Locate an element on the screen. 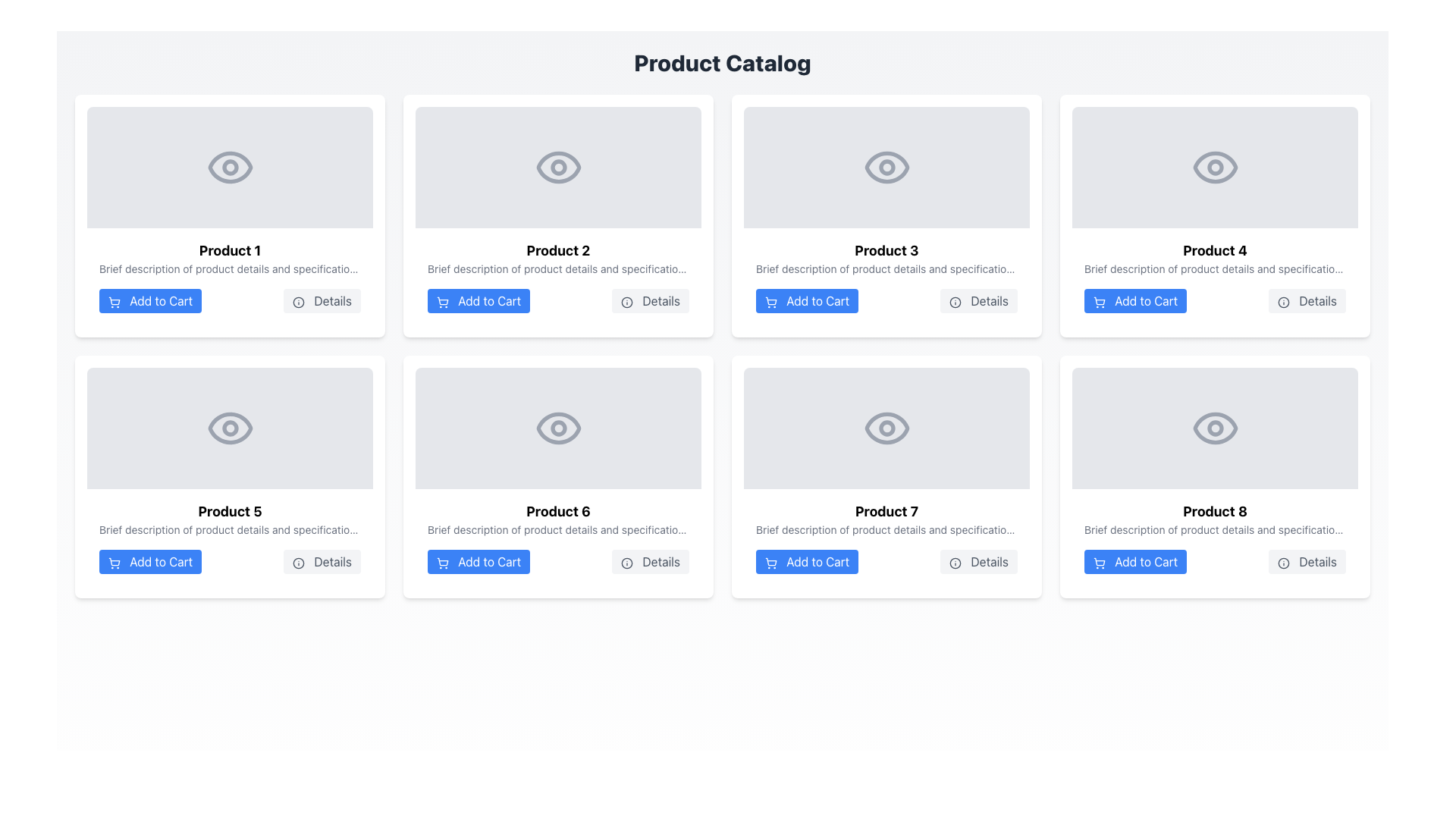  the shopping cart icon represented as a vector graphic within the blue 'Add to Cart' button located below the 'Product 3' card in the second row of the product catalog grid is located at coordinates (771, 300).